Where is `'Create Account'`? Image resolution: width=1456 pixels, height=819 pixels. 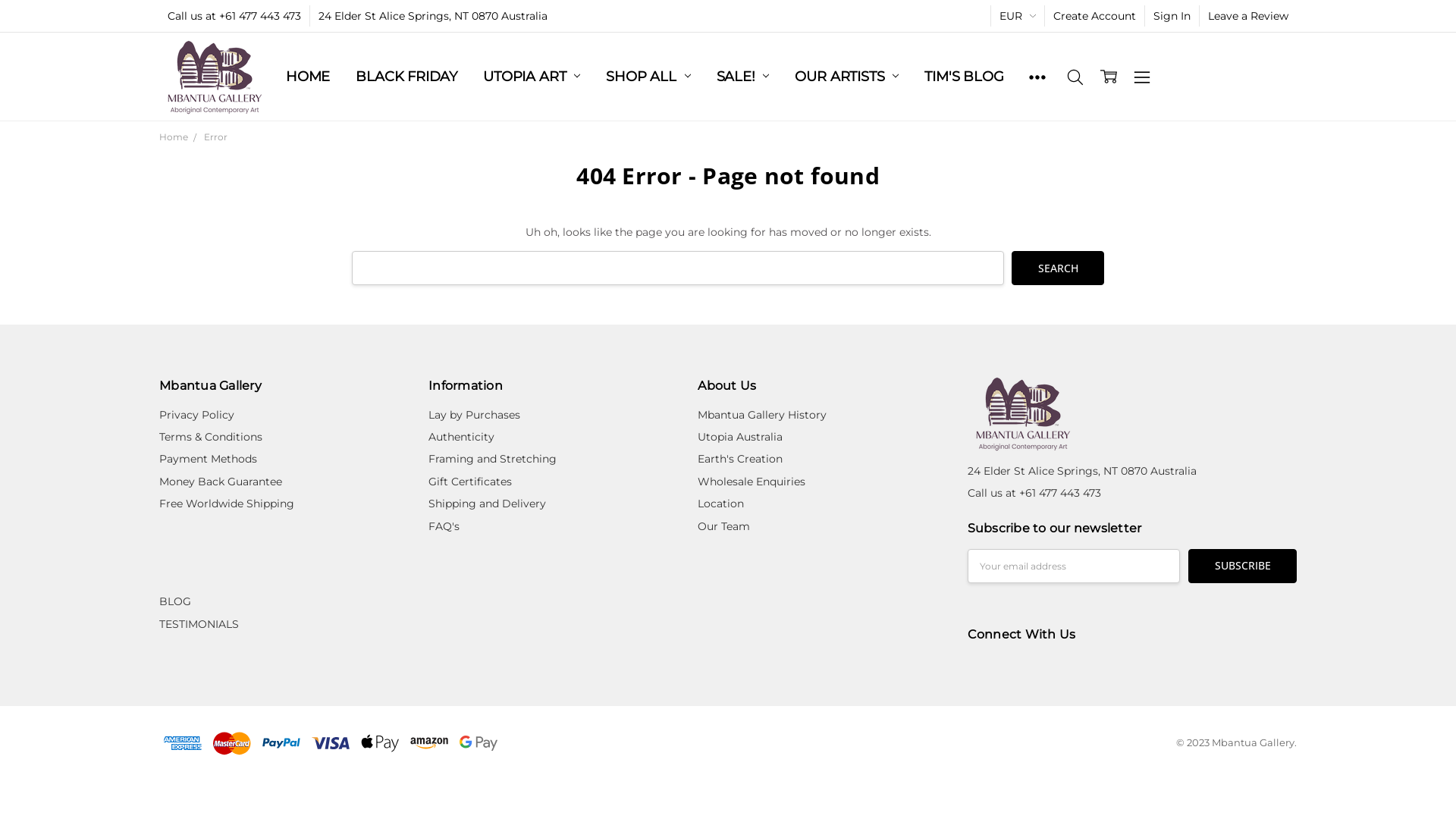
'Create Account' is located at coordinates (1094, 15).